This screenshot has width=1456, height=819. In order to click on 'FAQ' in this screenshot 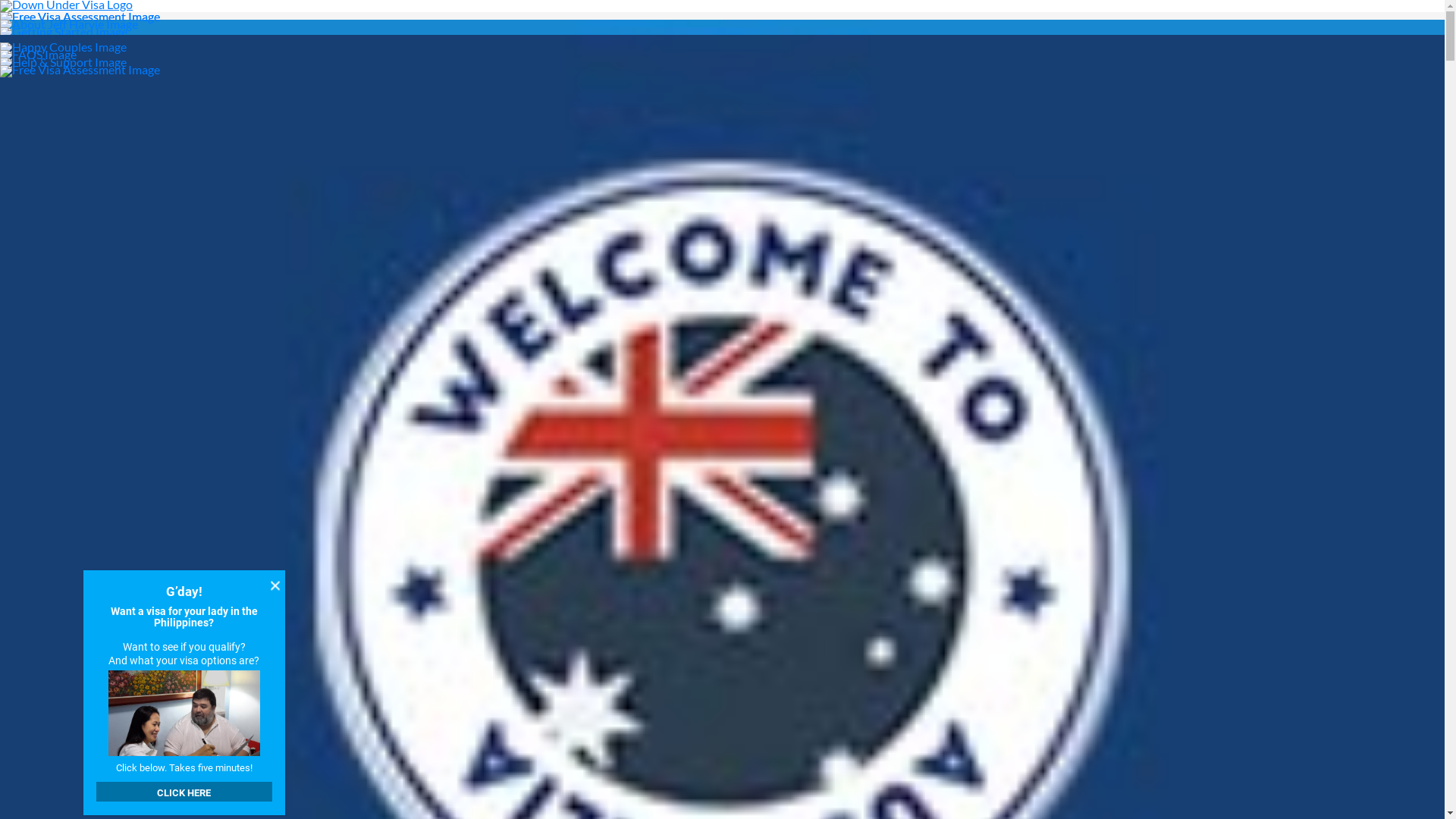, I will do `click(0, 52)`.